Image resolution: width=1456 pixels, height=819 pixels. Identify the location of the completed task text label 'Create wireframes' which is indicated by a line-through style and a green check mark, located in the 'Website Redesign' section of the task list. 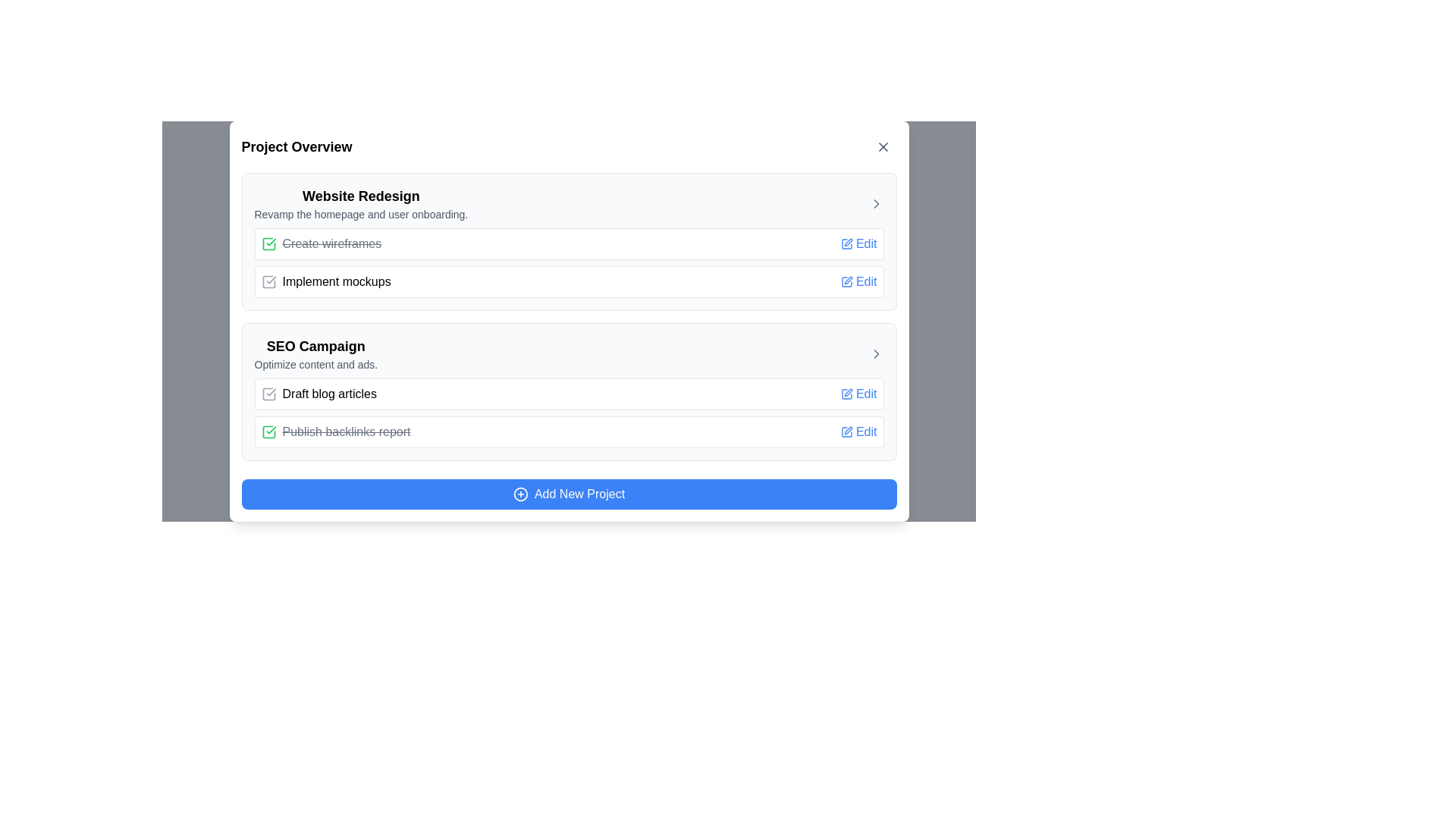
(331, 243).